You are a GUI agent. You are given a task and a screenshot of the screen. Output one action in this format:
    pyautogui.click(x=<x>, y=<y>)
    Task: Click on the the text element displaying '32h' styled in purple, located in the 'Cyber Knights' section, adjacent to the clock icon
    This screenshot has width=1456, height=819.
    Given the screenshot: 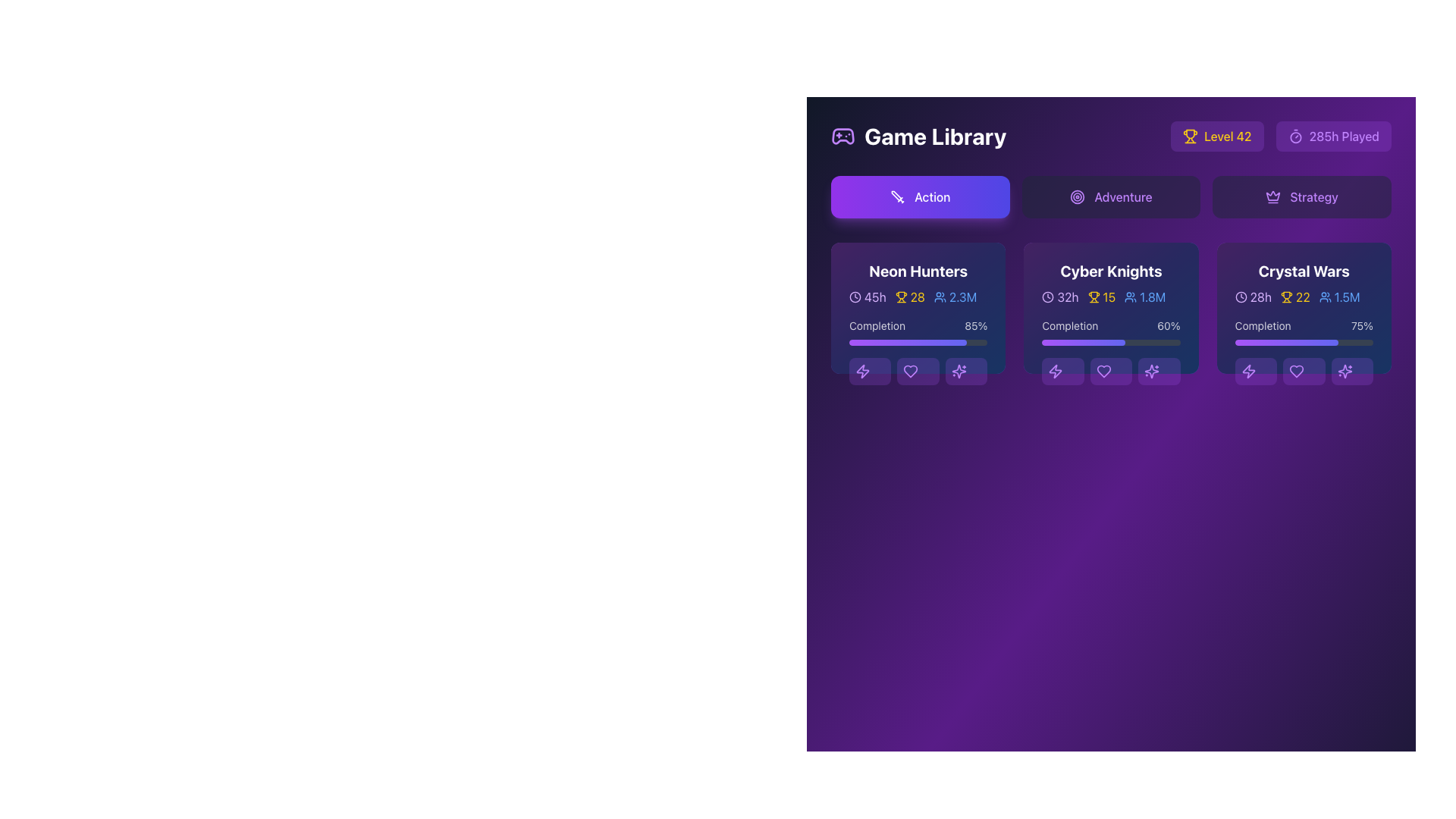 What is the action you would take?
    pyautogui.click(x=1059, y=297)
    